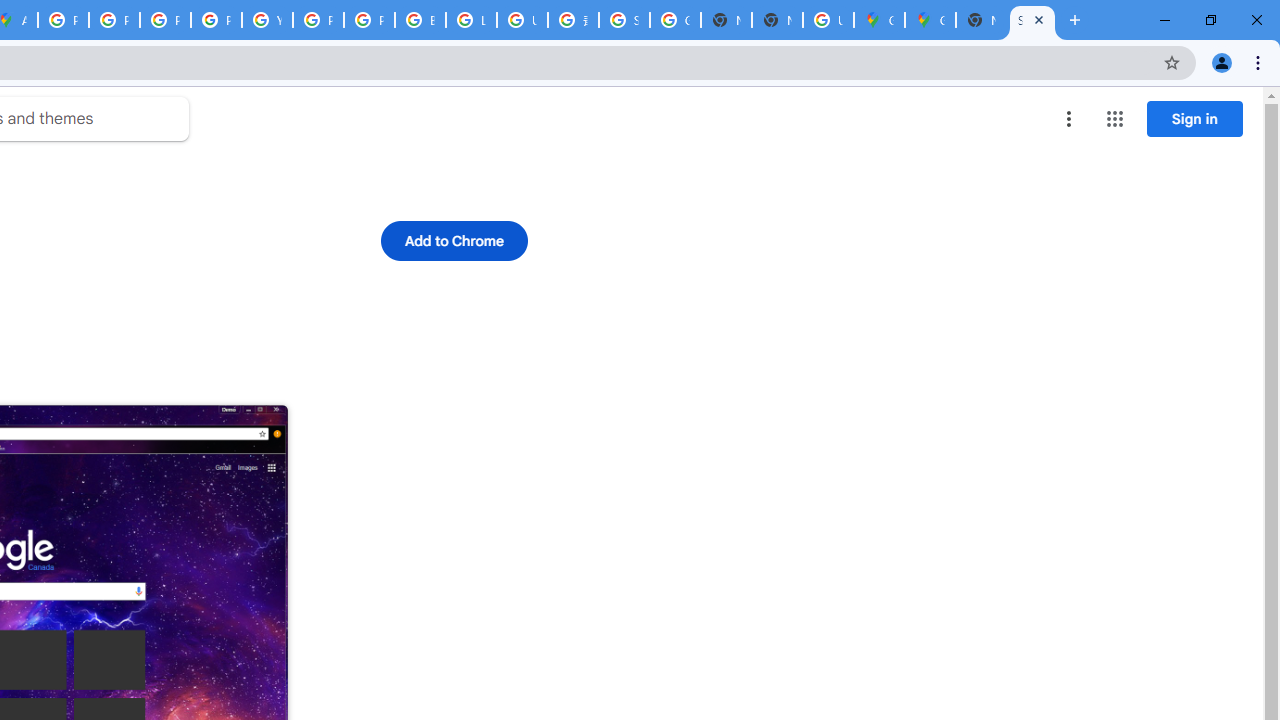 This screenshot has height=720, width=1280. What do you see at coordinates (879, 20) in the screenshot?
I see `'Google Maps'` at bounding box center [879, 20].